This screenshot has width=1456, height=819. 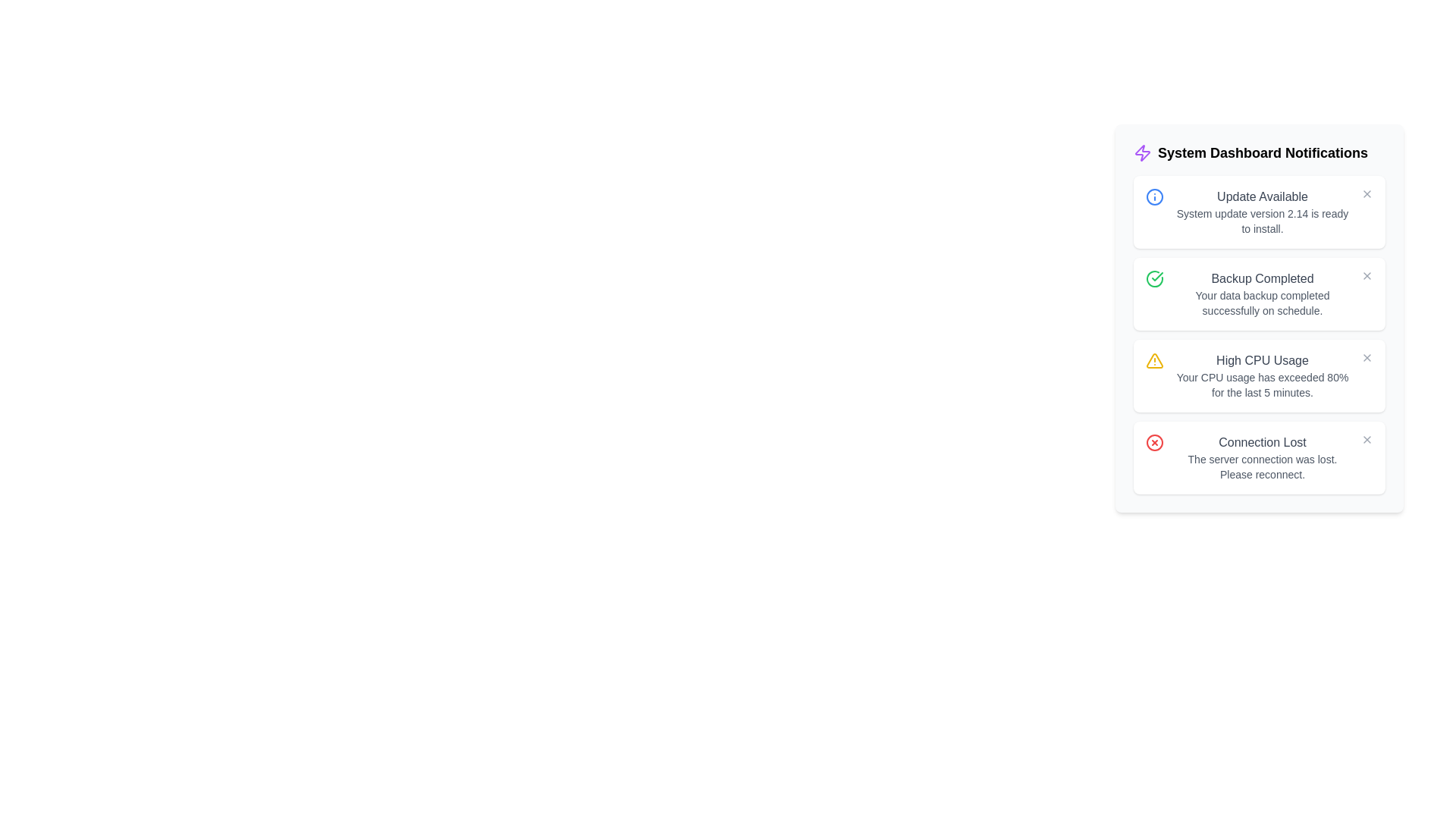 What do you see at coordinates (1263, 221) in the screenshot?
I see `text block displaying the message 'System update version 2.14 is ready to install.' located in the first notification card within the 'System Dashboard Notifications' section, positioned below the title 'Update Available'` at bounding box center [1263, 221].